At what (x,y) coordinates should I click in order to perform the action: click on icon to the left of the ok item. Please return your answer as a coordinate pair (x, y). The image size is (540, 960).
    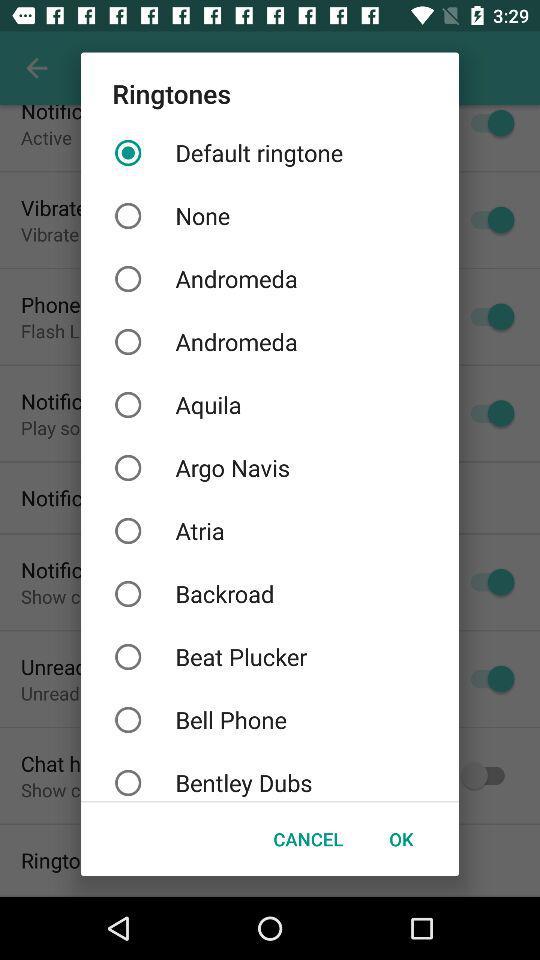
    Looking at the image, I should click on (308, 839).